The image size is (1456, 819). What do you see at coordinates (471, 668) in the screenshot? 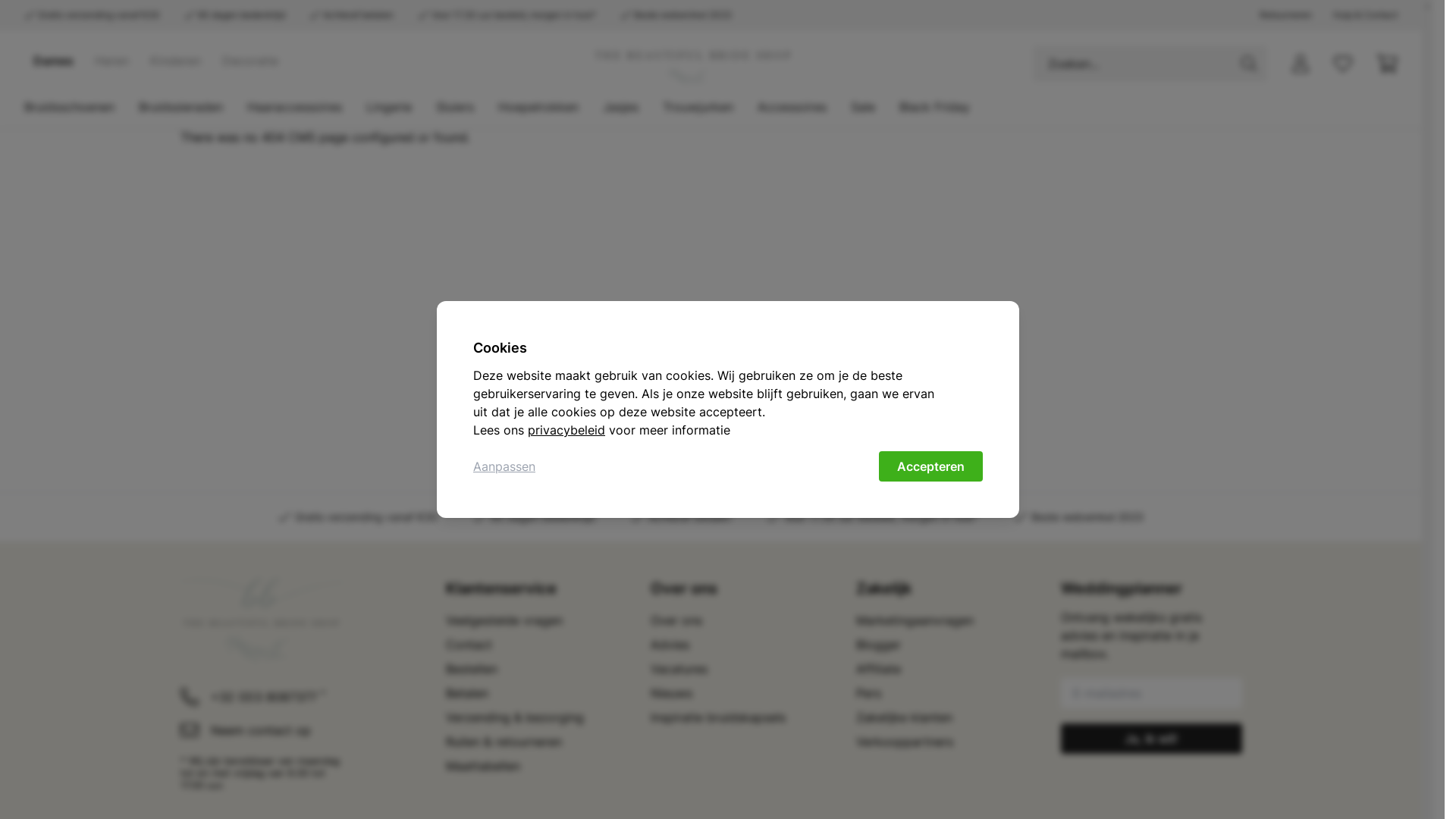
I see `'Bestellen'` at bounding box center [471, 668].